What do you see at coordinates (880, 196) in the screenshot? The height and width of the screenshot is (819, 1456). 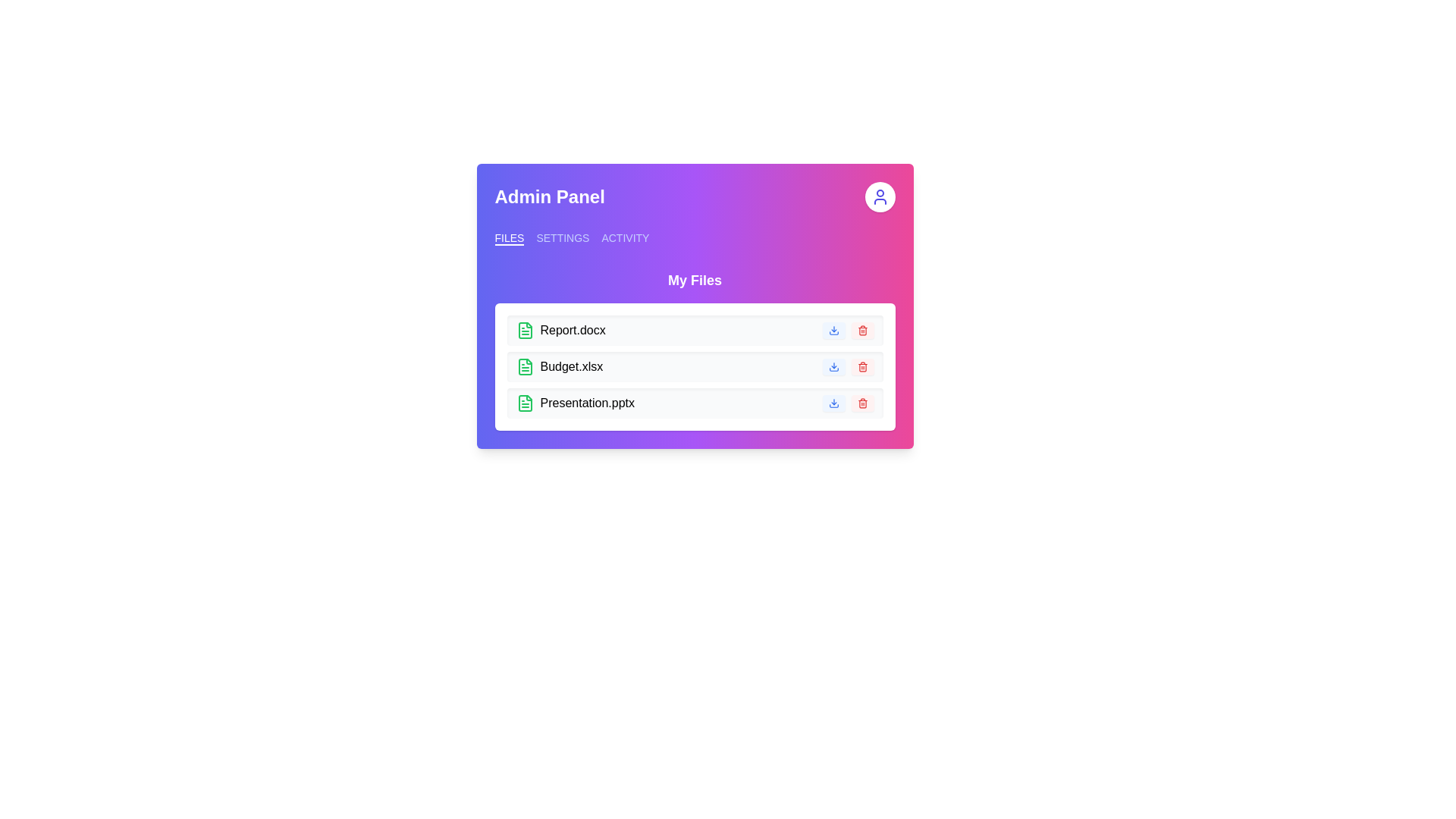 I see `the button in the top-right corner of the 'Admin Panel'` at bounding box center [880, 196].